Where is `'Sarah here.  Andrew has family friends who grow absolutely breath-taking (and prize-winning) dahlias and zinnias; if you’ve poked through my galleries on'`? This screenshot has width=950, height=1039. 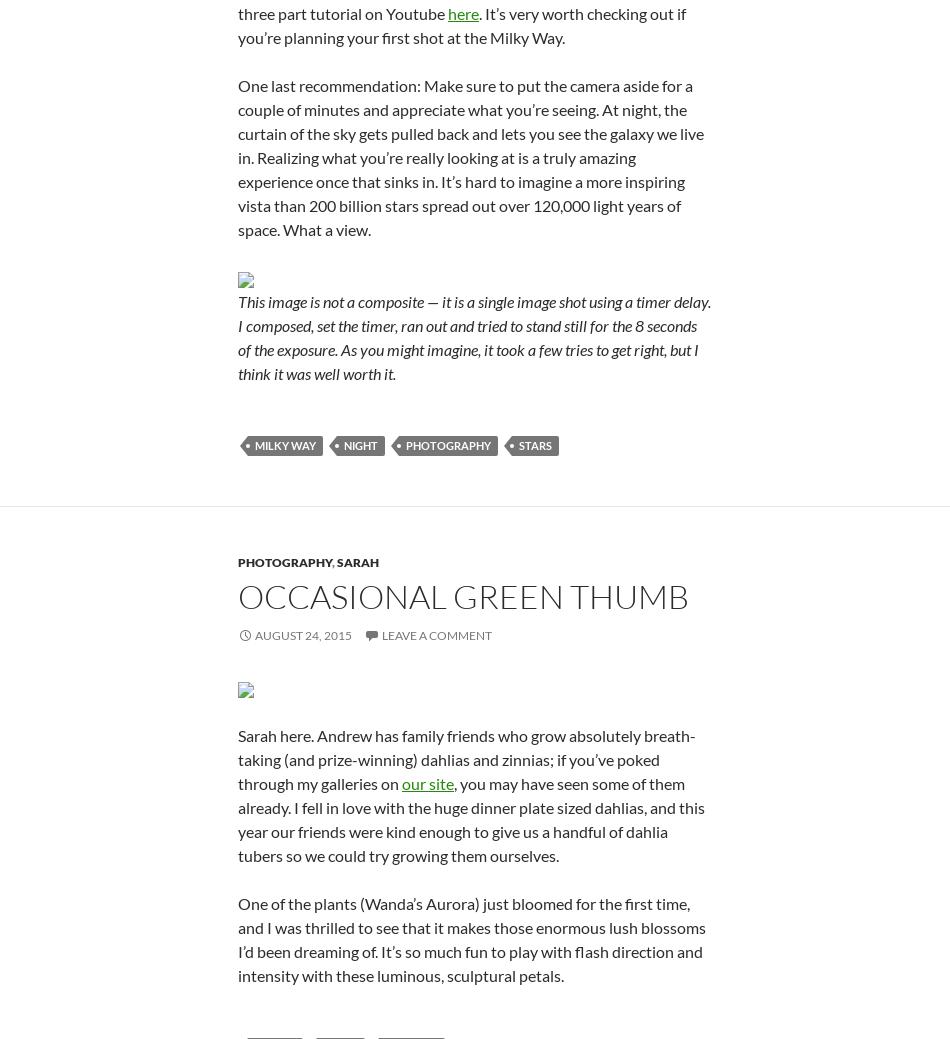 'Sarah here.  Andrew has family friends who grow absolutely breath-taking (and prize-winning) dahlias and zinnias; if you’ve poked through my galleries on' is located at coordinates (237, 757).